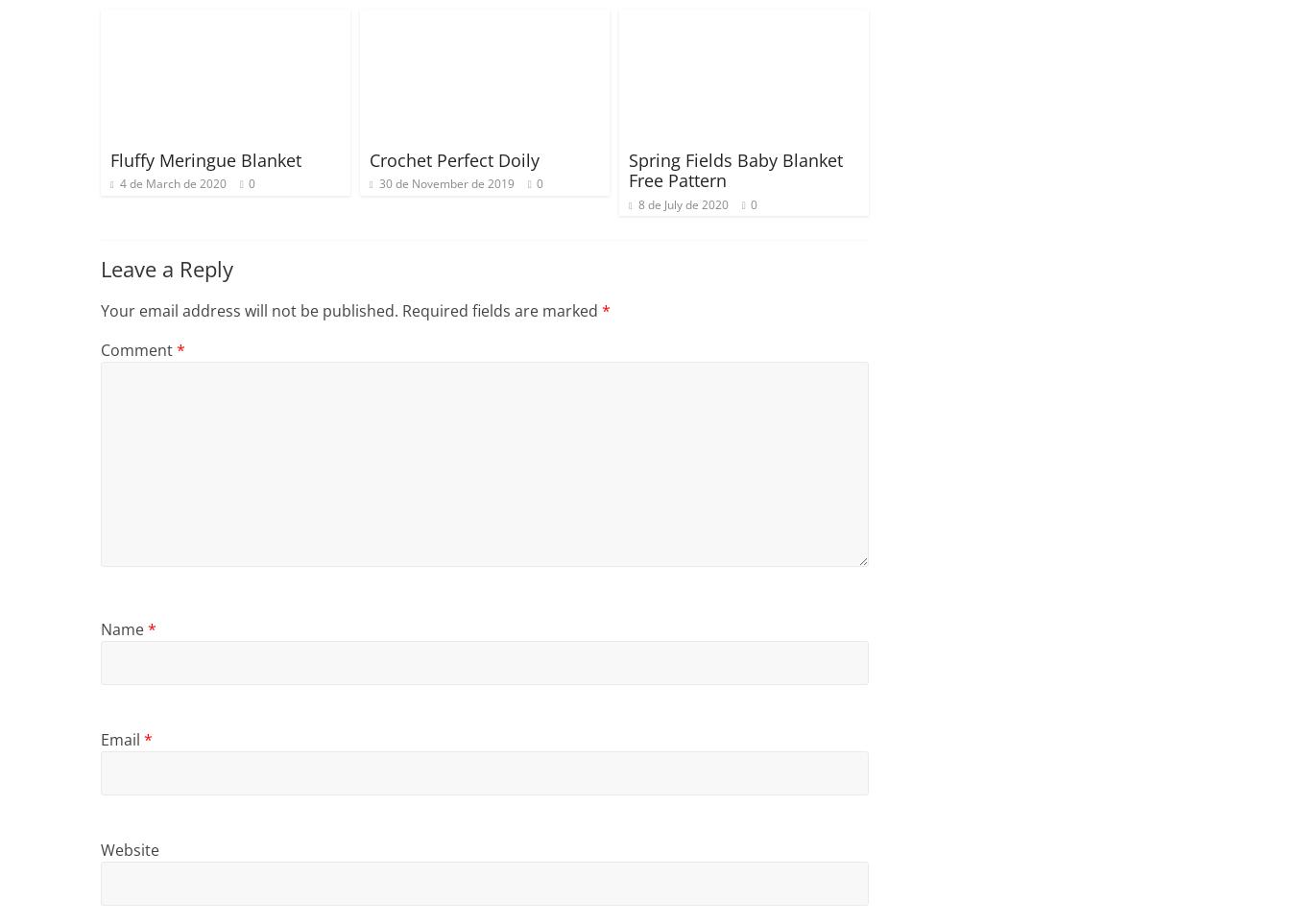 The image size is (1296, 924). I want to click on 'Crochet Perfect Doily', so click(370, 159).